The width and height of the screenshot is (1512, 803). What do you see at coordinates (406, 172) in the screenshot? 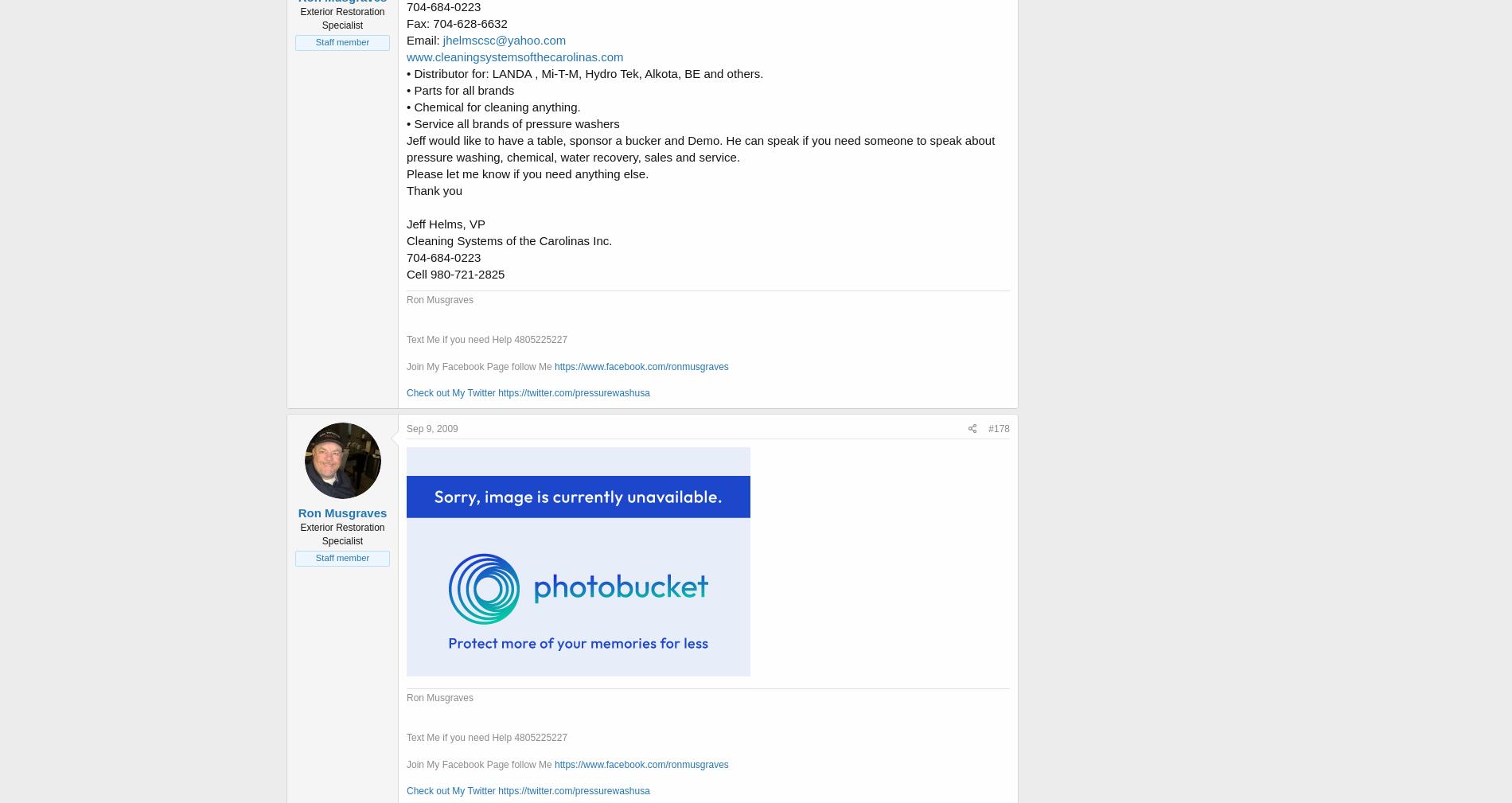
I see `'Please let me know if you need anything else.'` at bounding box center [406, 172].